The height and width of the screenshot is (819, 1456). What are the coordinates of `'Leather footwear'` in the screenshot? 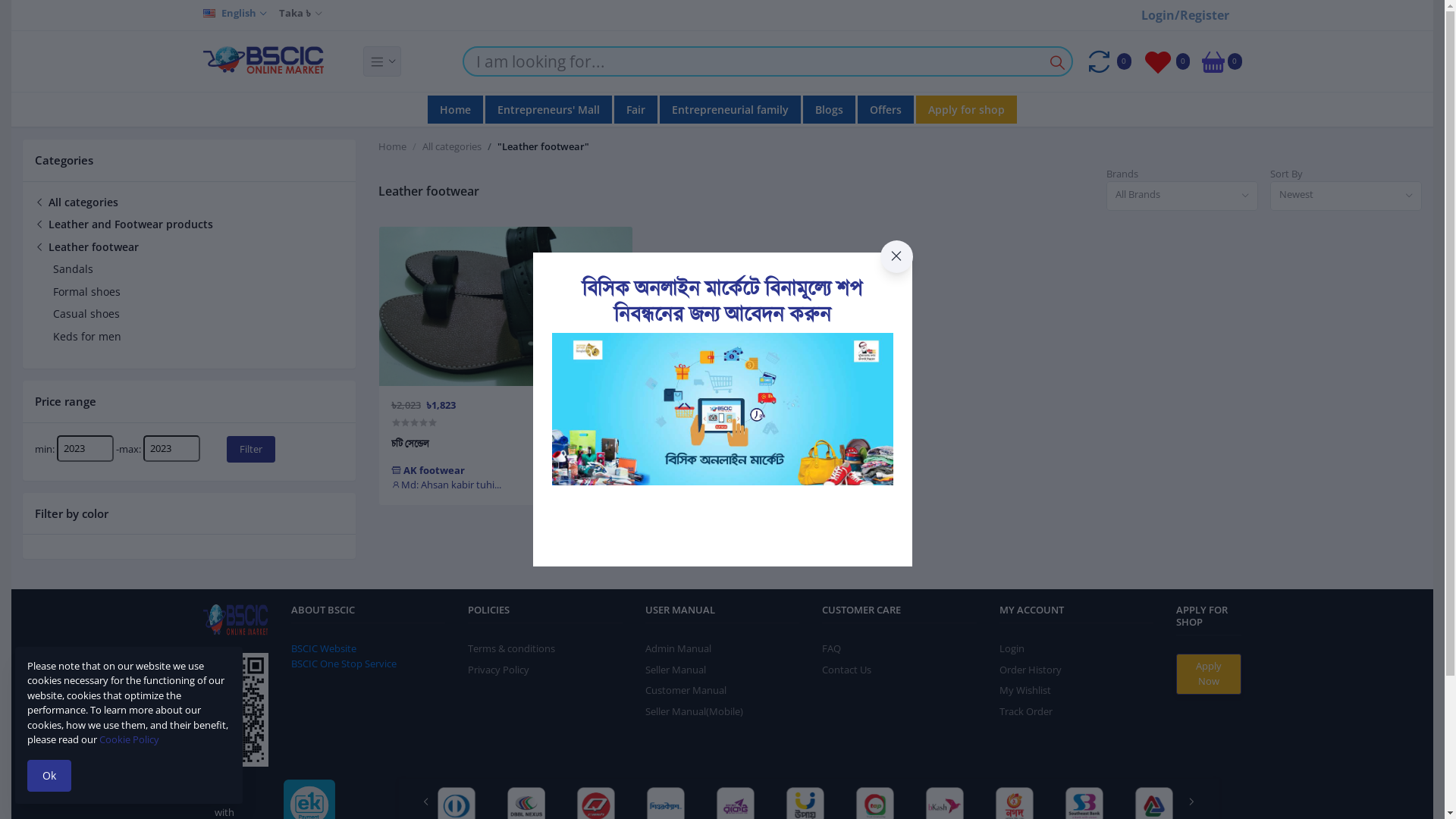 It's located at (86, 246).